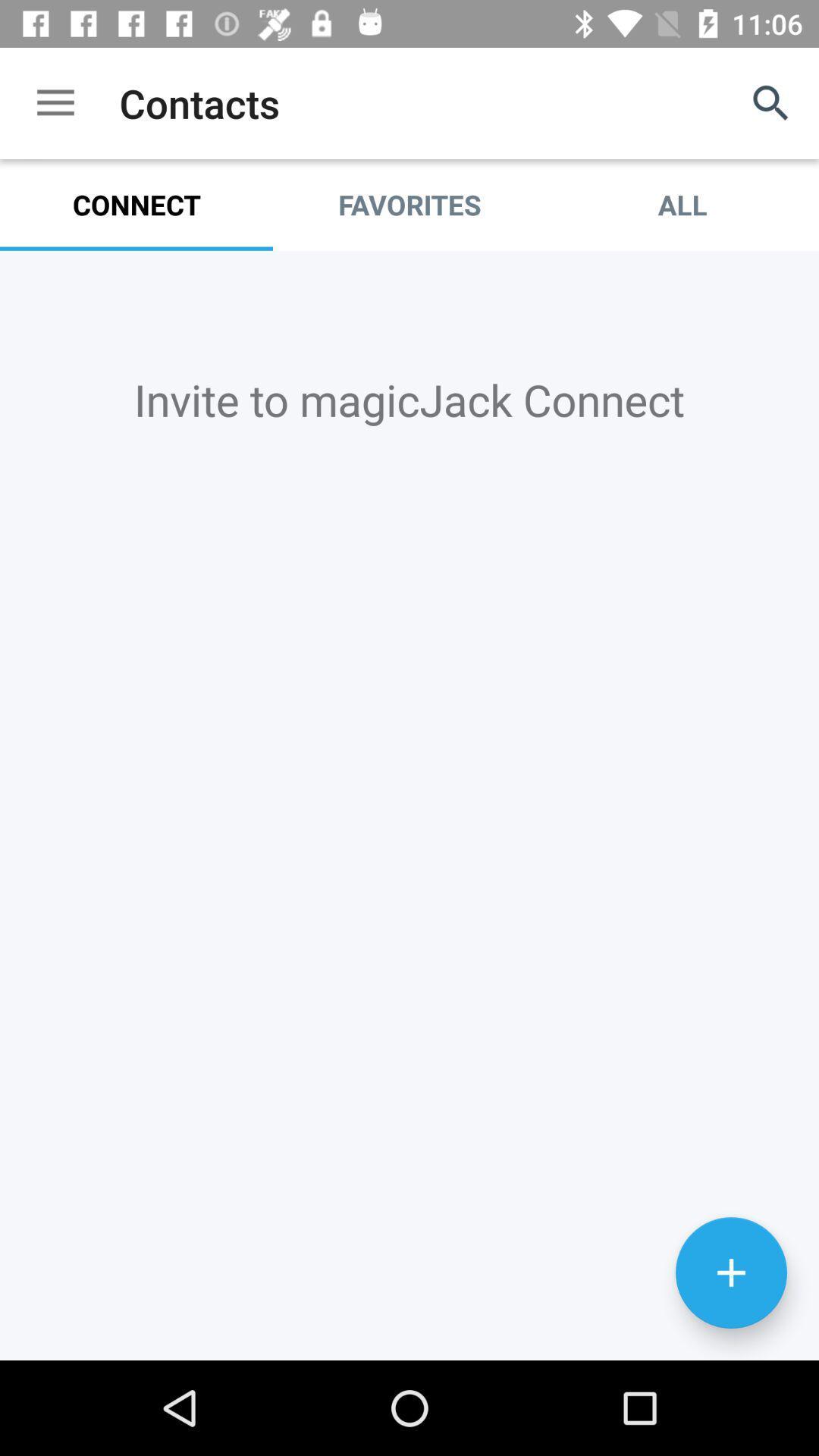 This screenshot has width=819, height=1456. Describe the element at coordinates (409, 204) in the screenshot. I see `the icon below contacts` at that location.